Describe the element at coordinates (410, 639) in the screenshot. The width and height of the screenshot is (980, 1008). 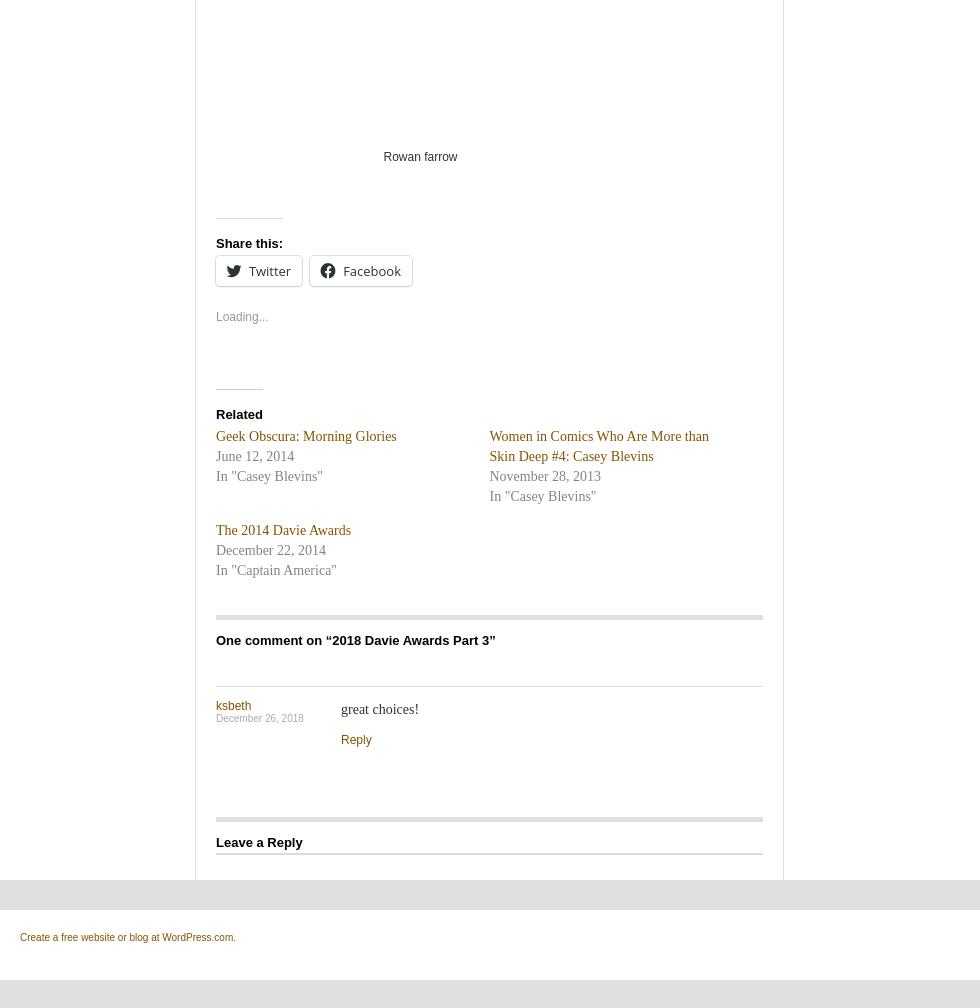
I see `'2018 Davie Awards Part 3'` at that location.